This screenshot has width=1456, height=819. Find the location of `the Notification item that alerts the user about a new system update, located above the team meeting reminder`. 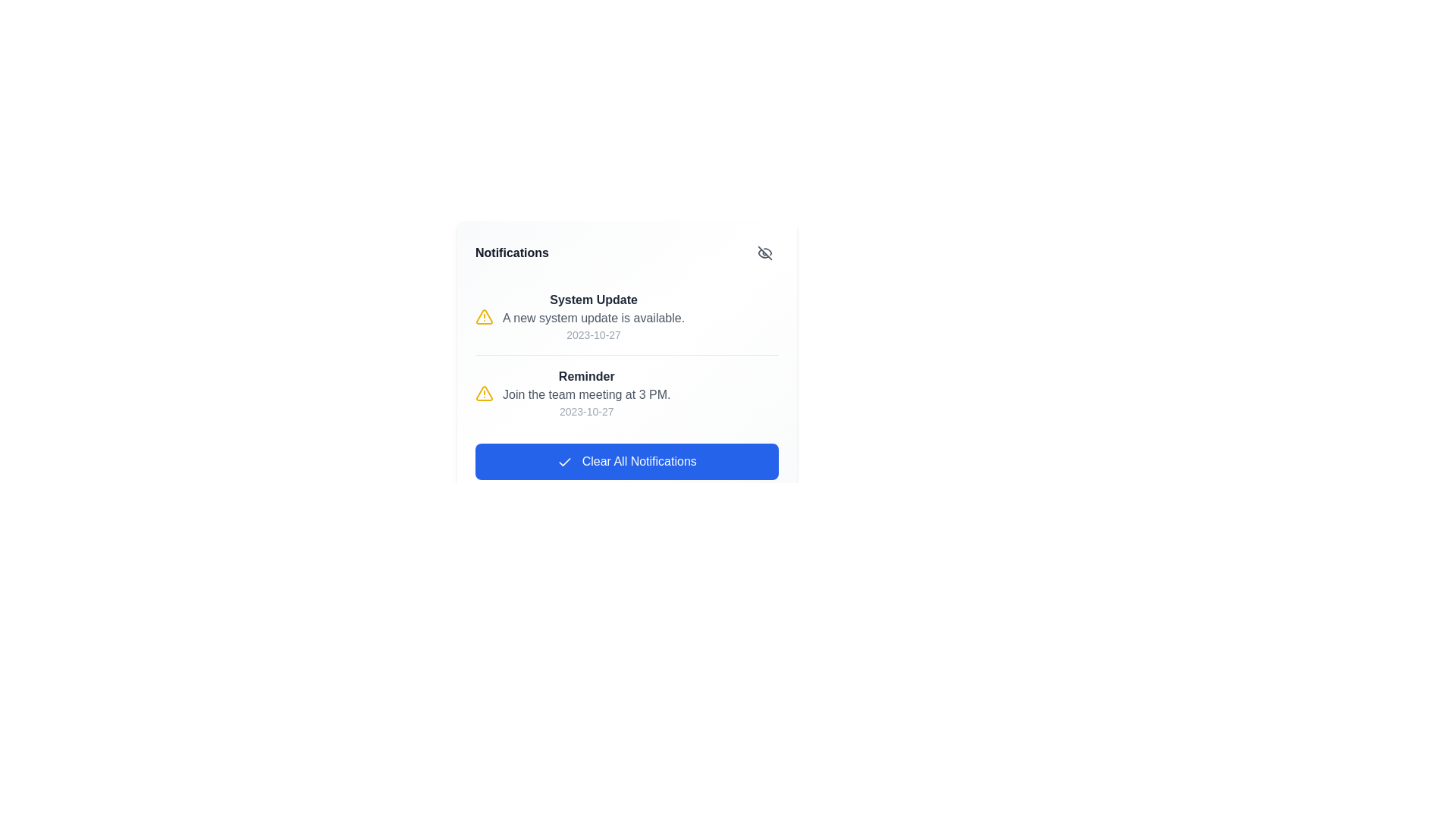

the Notification item that alerts the user about a new system update, located above the team meeting reminder is located at coordinates (626, 315).